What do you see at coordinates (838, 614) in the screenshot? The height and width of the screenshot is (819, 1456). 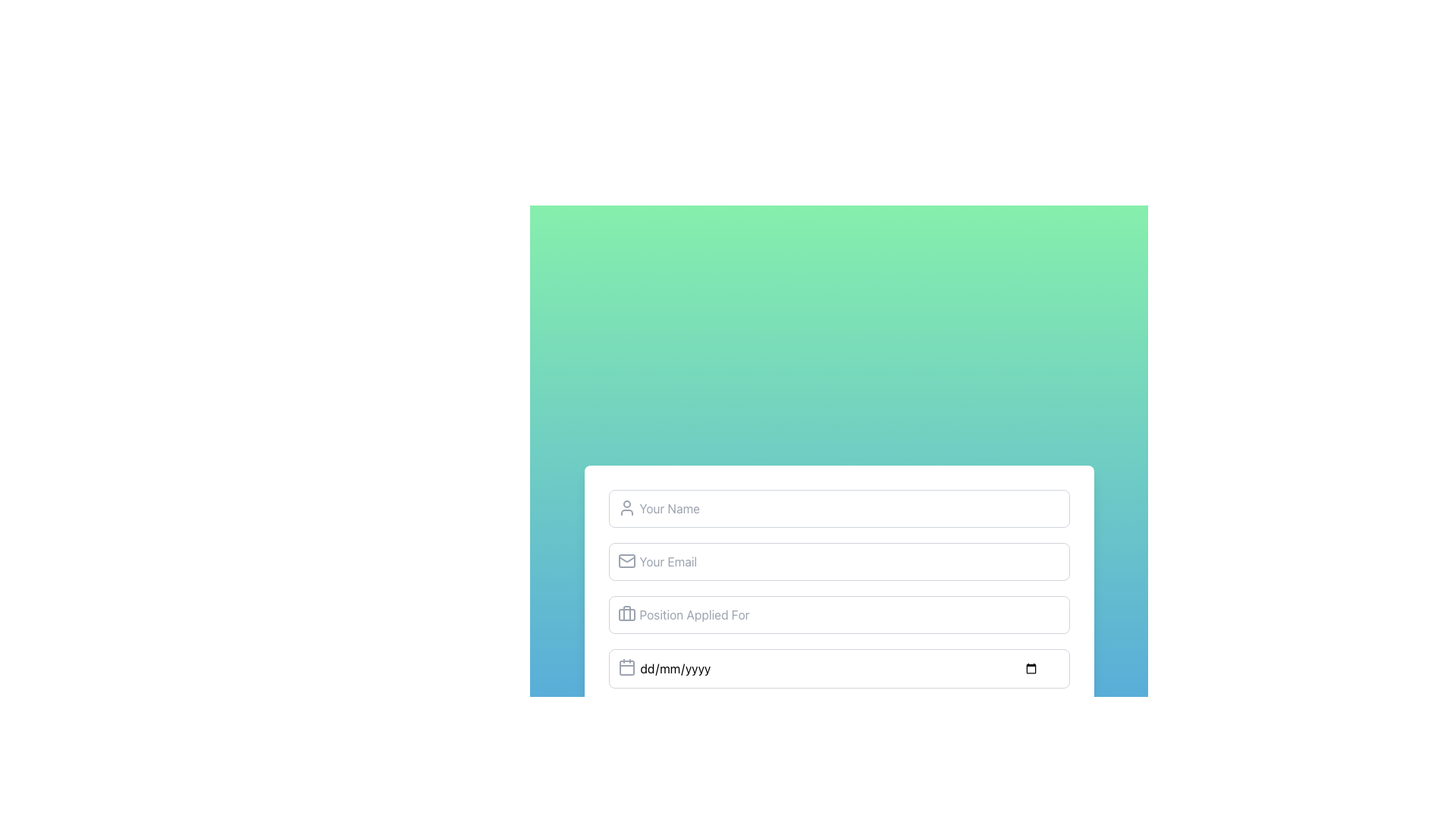 I see `the third input field in the job application form to focus and type the position being applied for` at bounding box center [838, 614].